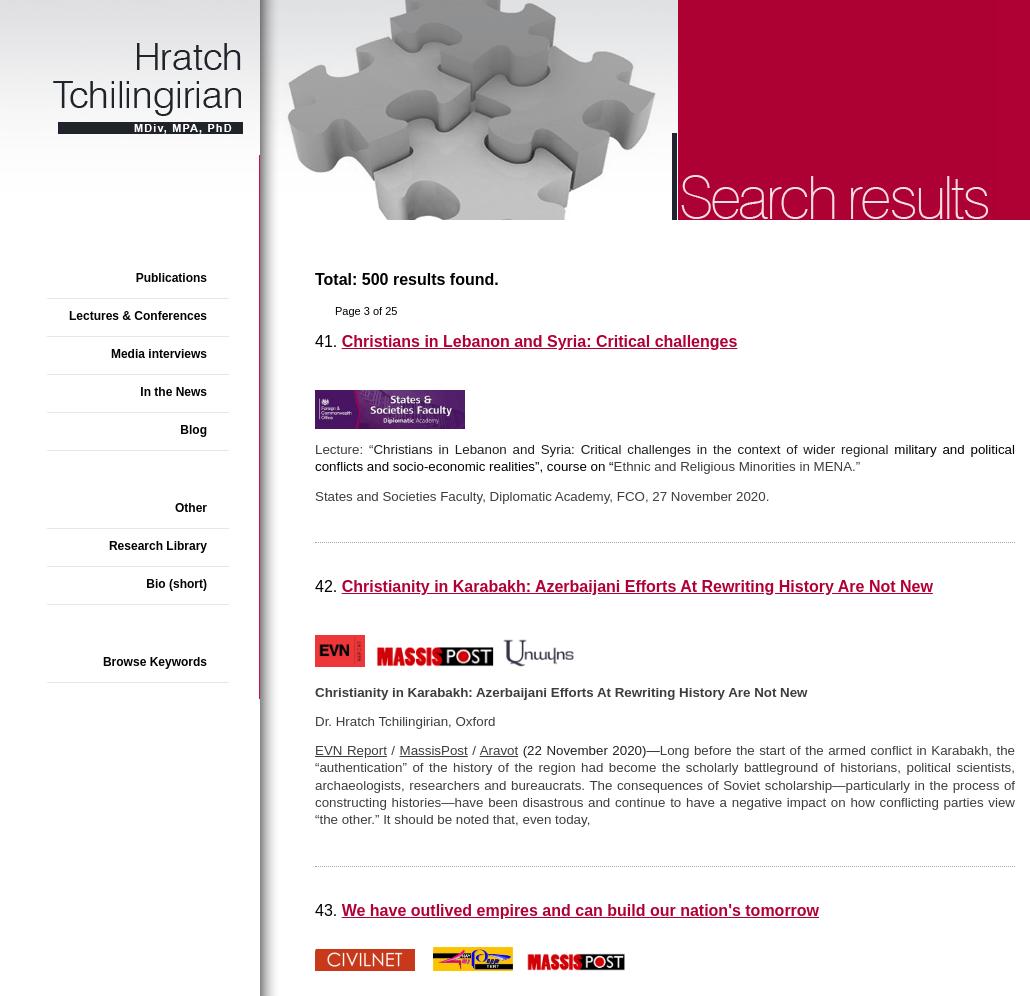 The width and height of the screenshot is (1030, 996). Describe the element at coordinates (176, 583) in the screenshot. I see `'Bio (short)'` at that location.